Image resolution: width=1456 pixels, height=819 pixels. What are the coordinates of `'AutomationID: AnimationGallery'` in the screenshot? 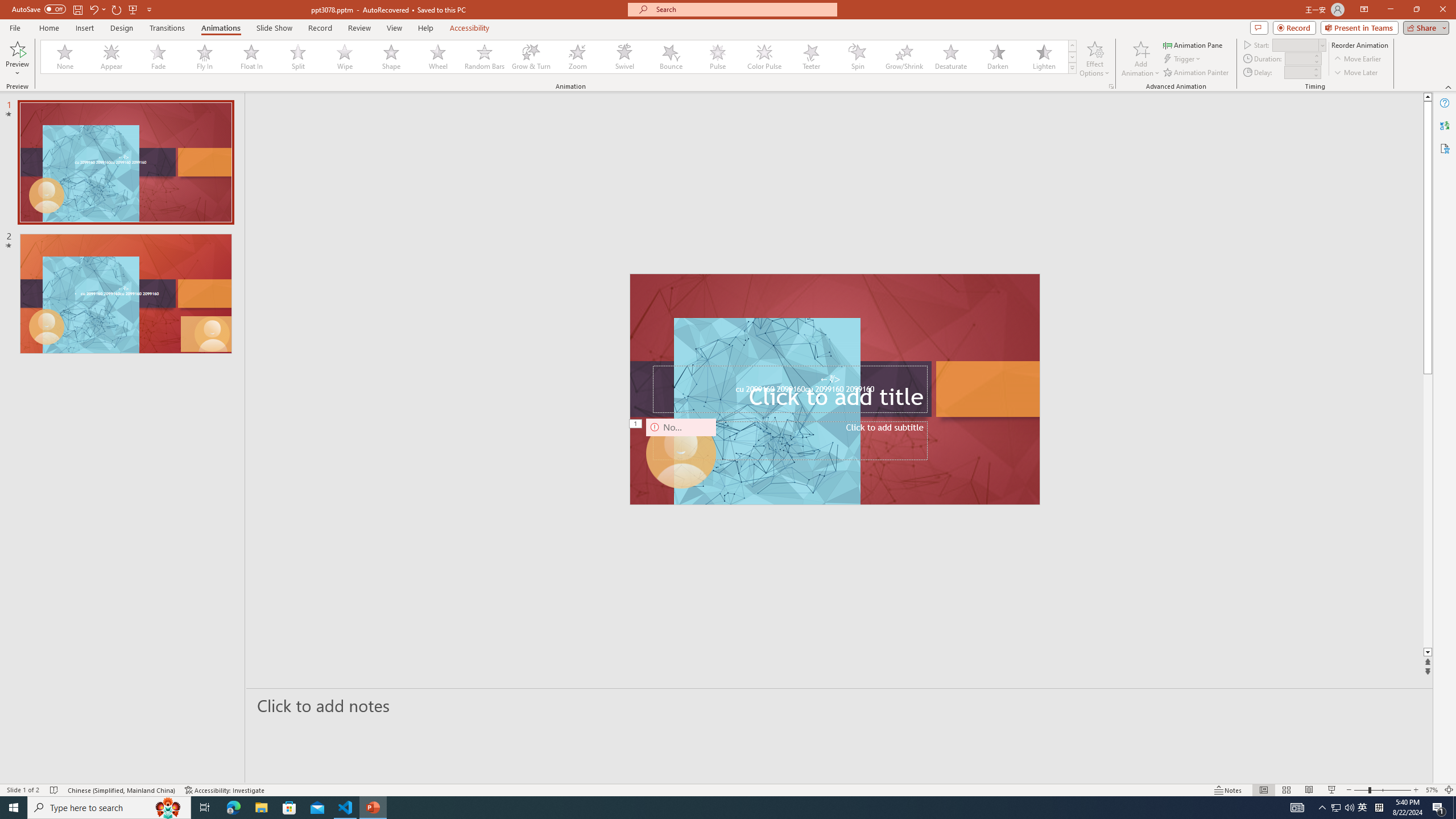 It's located at (559, 56).